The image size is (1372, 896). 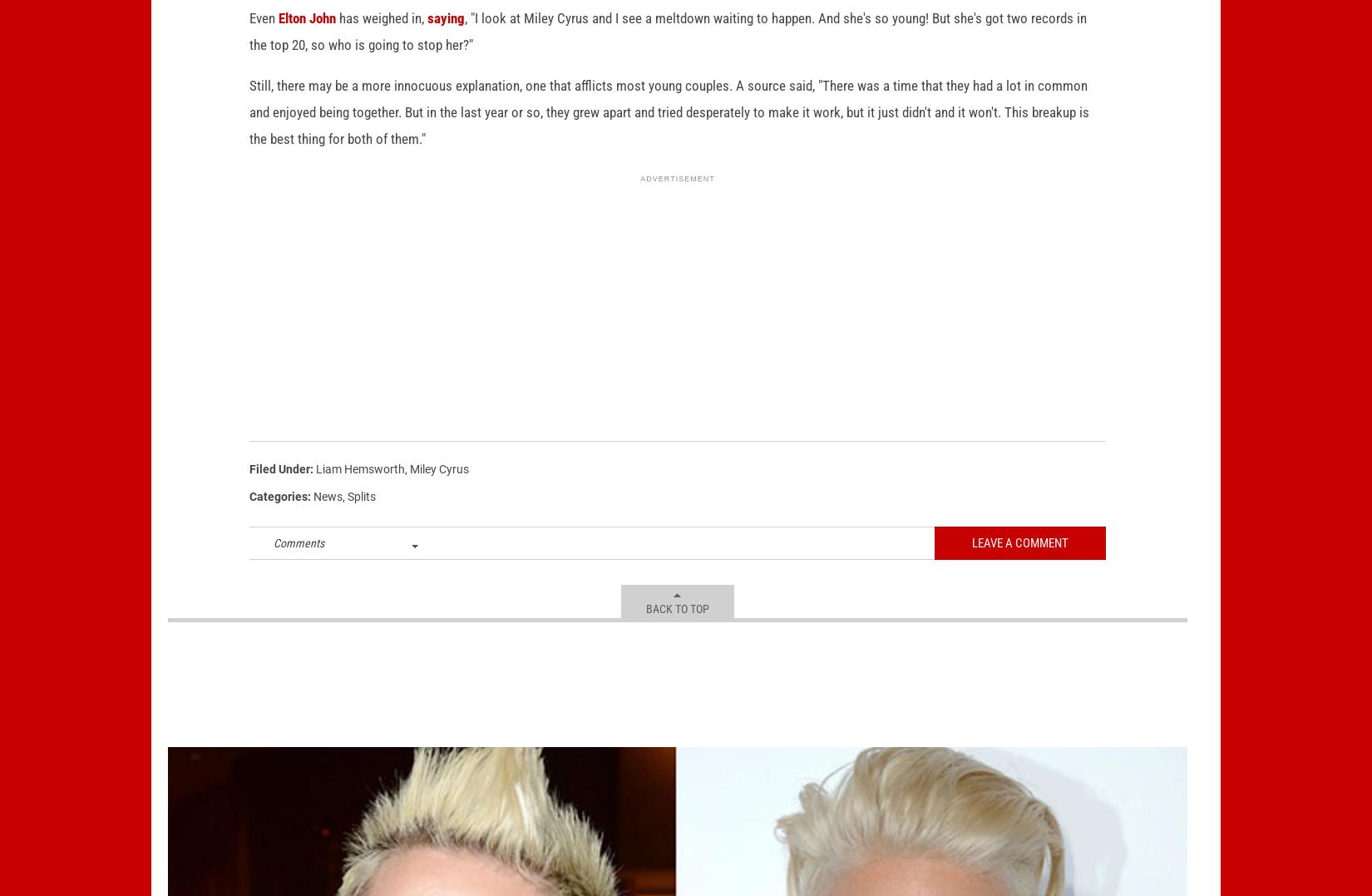 I want to click on 'Elton John', so click(x=307, y=44).